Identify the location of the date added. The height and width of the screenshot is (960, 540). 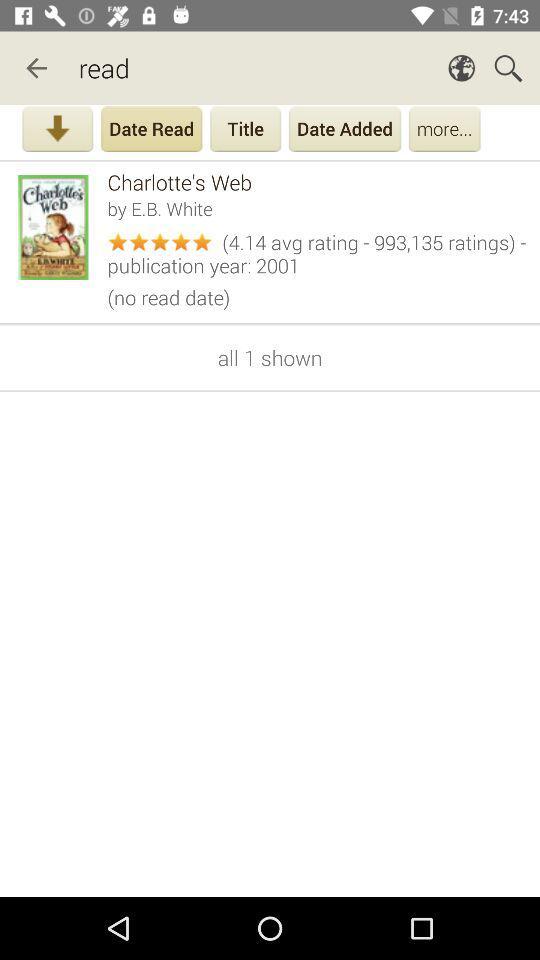
(344, 130).